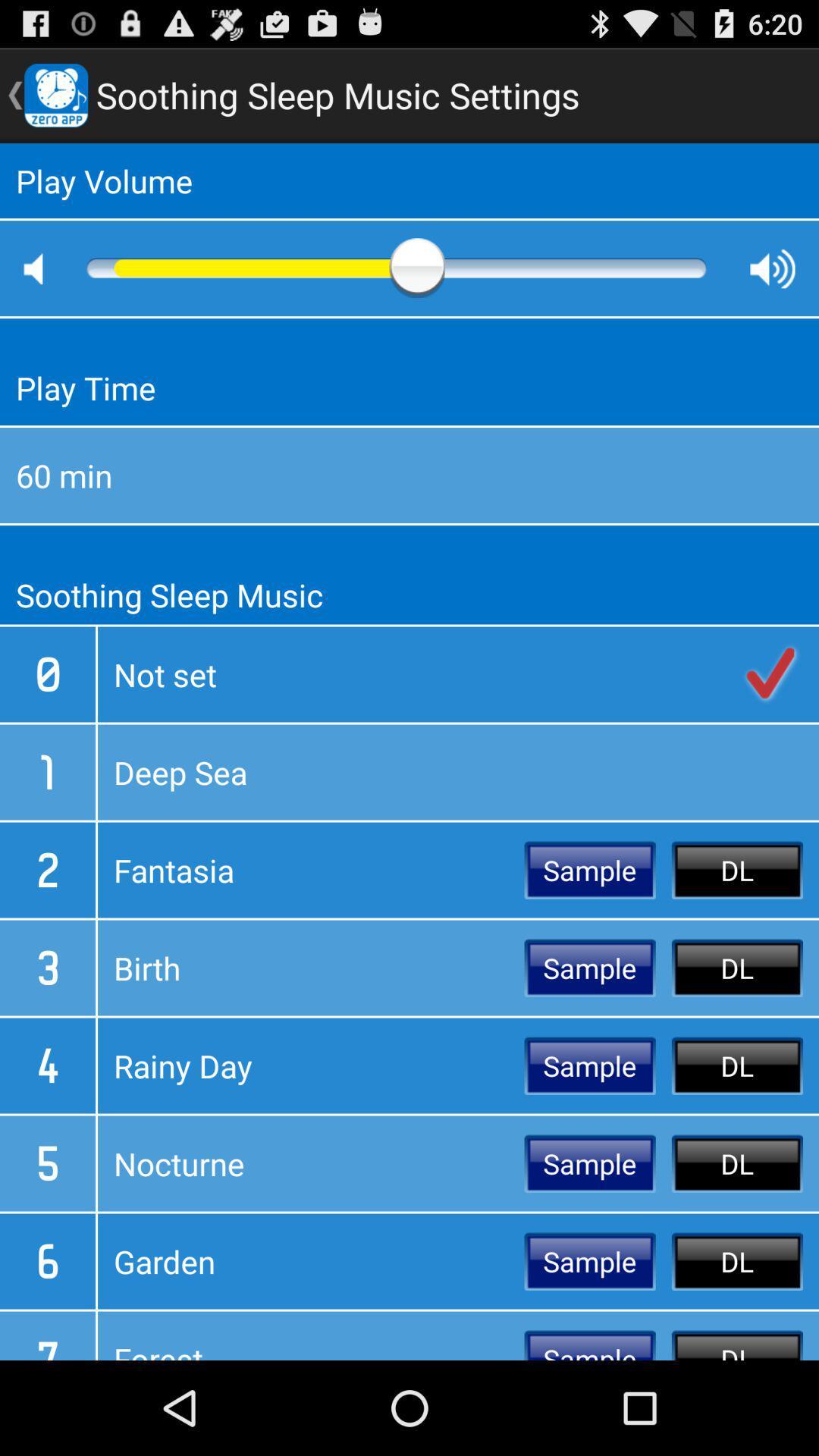 The height and width of the screenshot is (1456, 819). I want to click on the icon to the left of the sample icon, so click(310, 1163).